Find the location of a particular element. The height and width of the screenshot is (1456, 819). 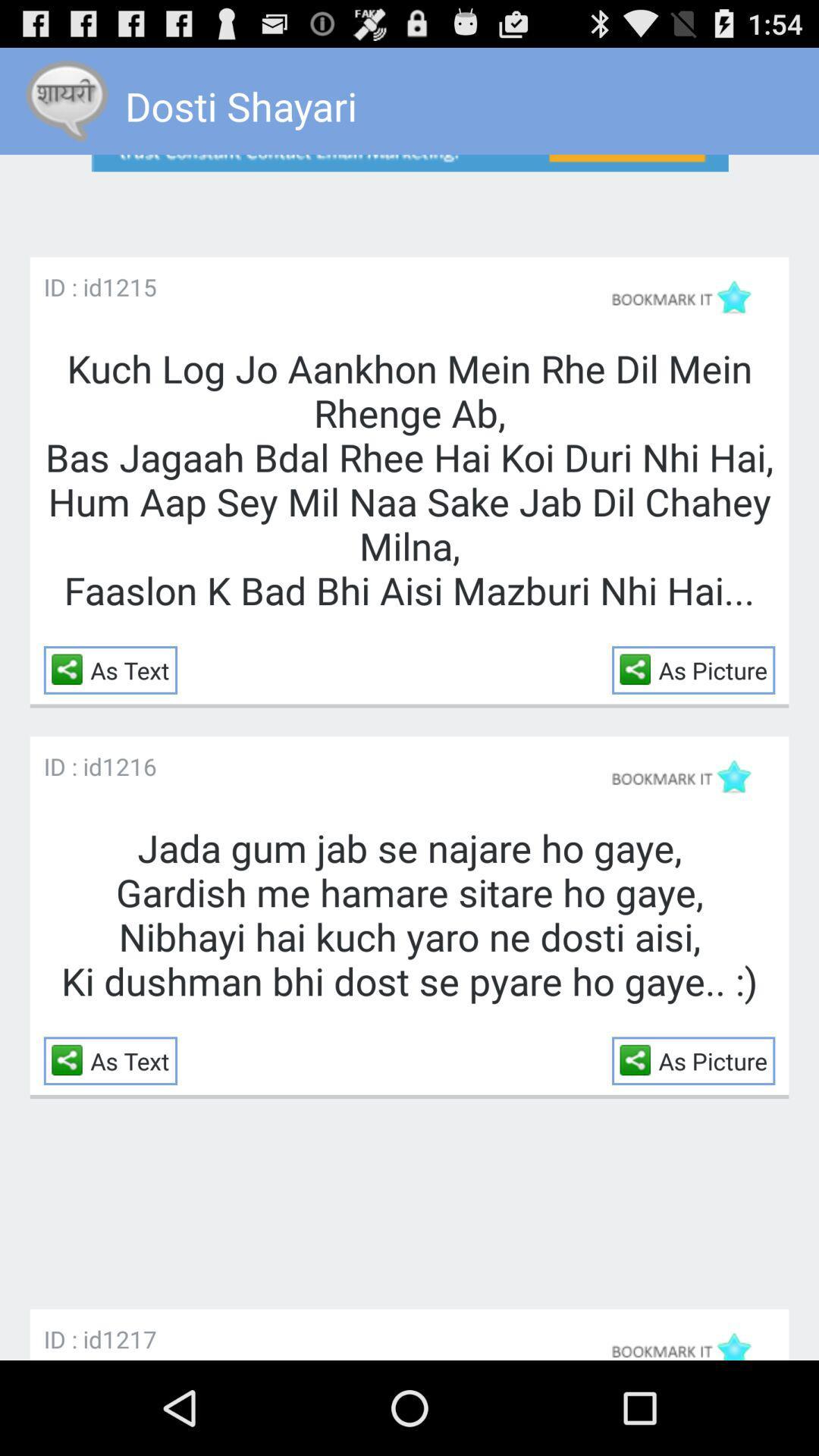

advertisement is located at coordinates (409, 192).